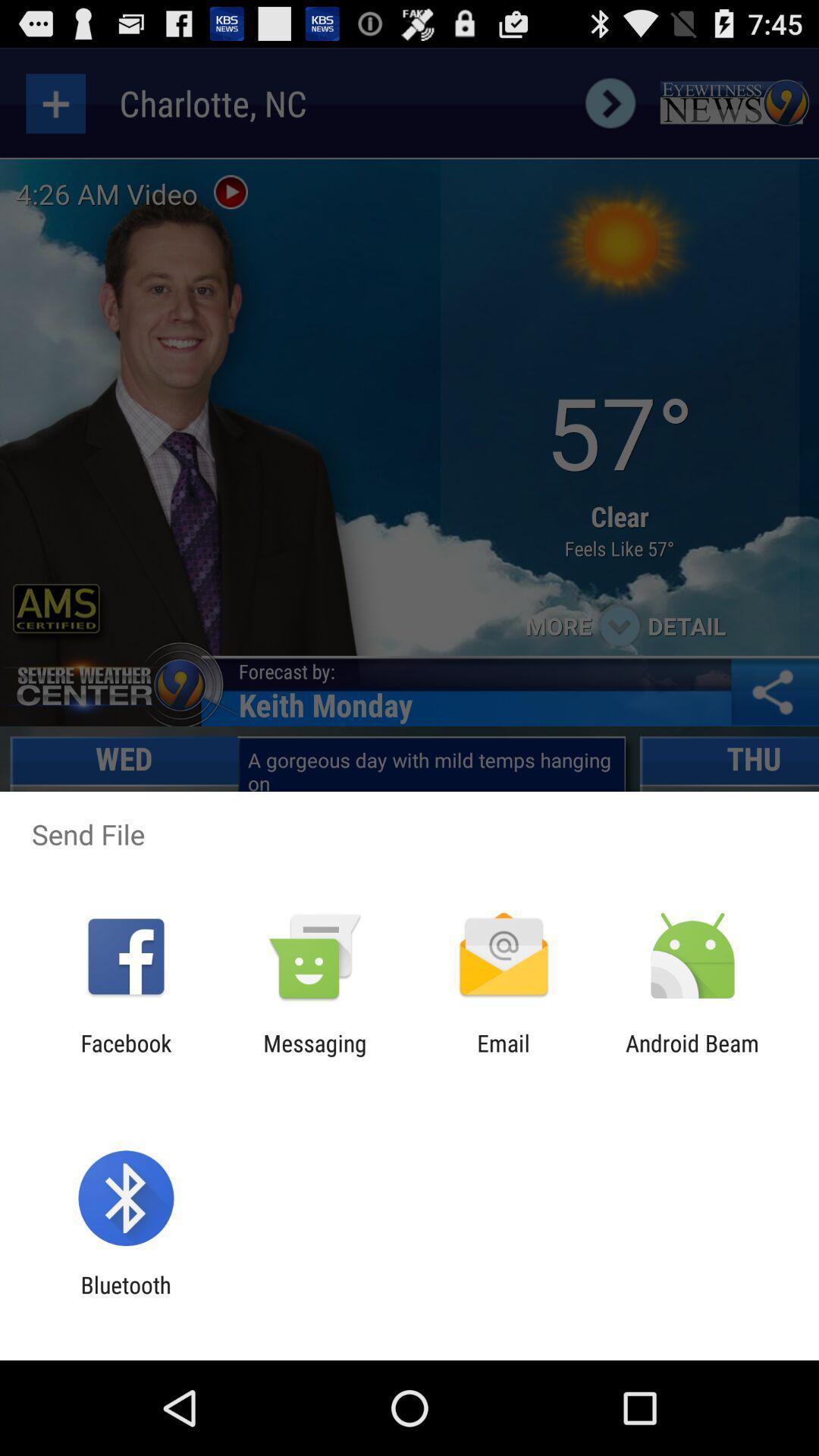 Image resolution: width=819 pixels, height=1456 pixels. I want to click on icon to the right of messaging item, so click(504, 1056).